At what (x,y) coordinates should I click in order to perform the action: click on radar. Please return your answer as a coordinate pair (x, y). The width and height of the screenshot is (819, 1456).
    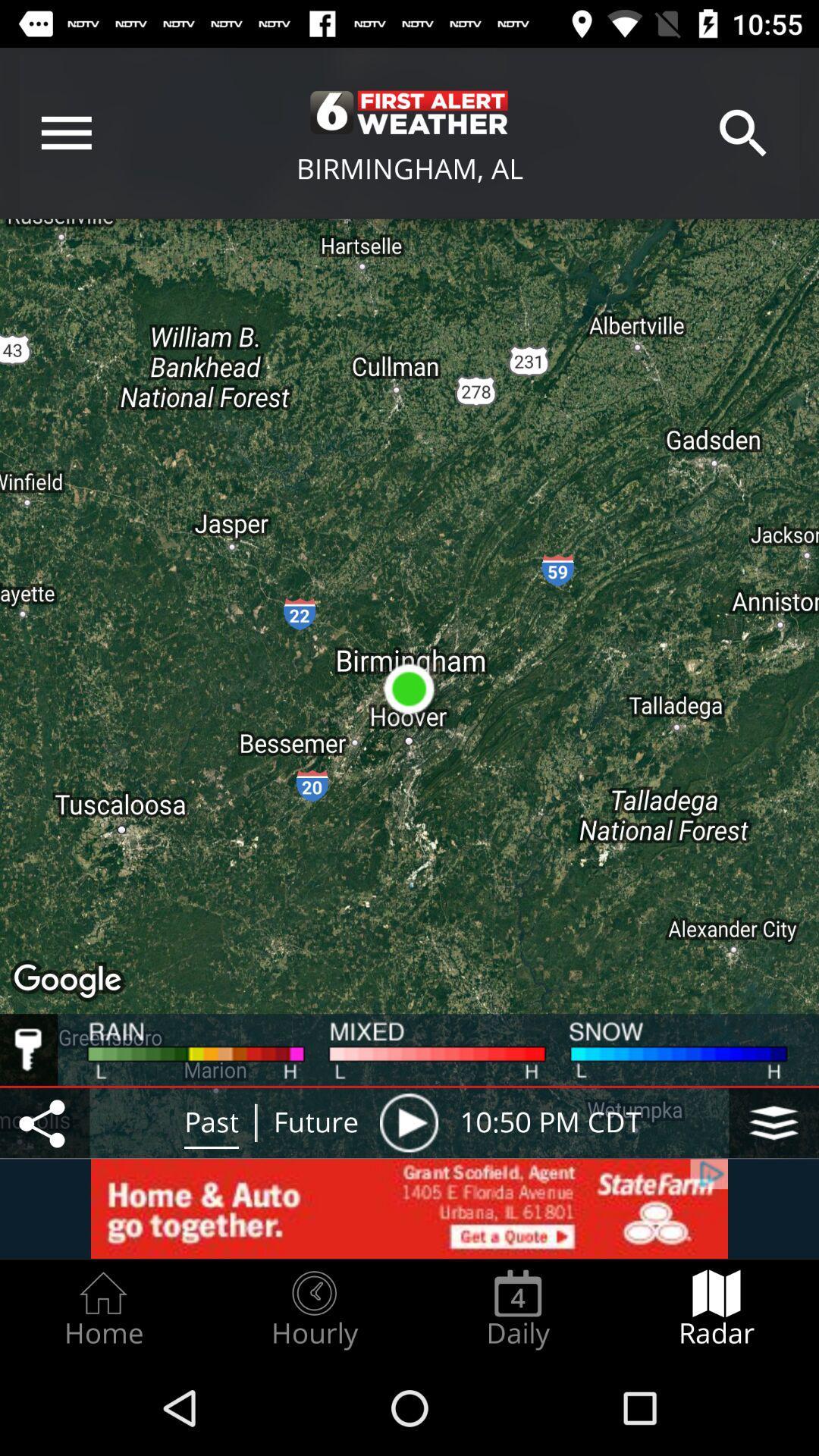
    Looking at the image, I should click on (717, 1309).